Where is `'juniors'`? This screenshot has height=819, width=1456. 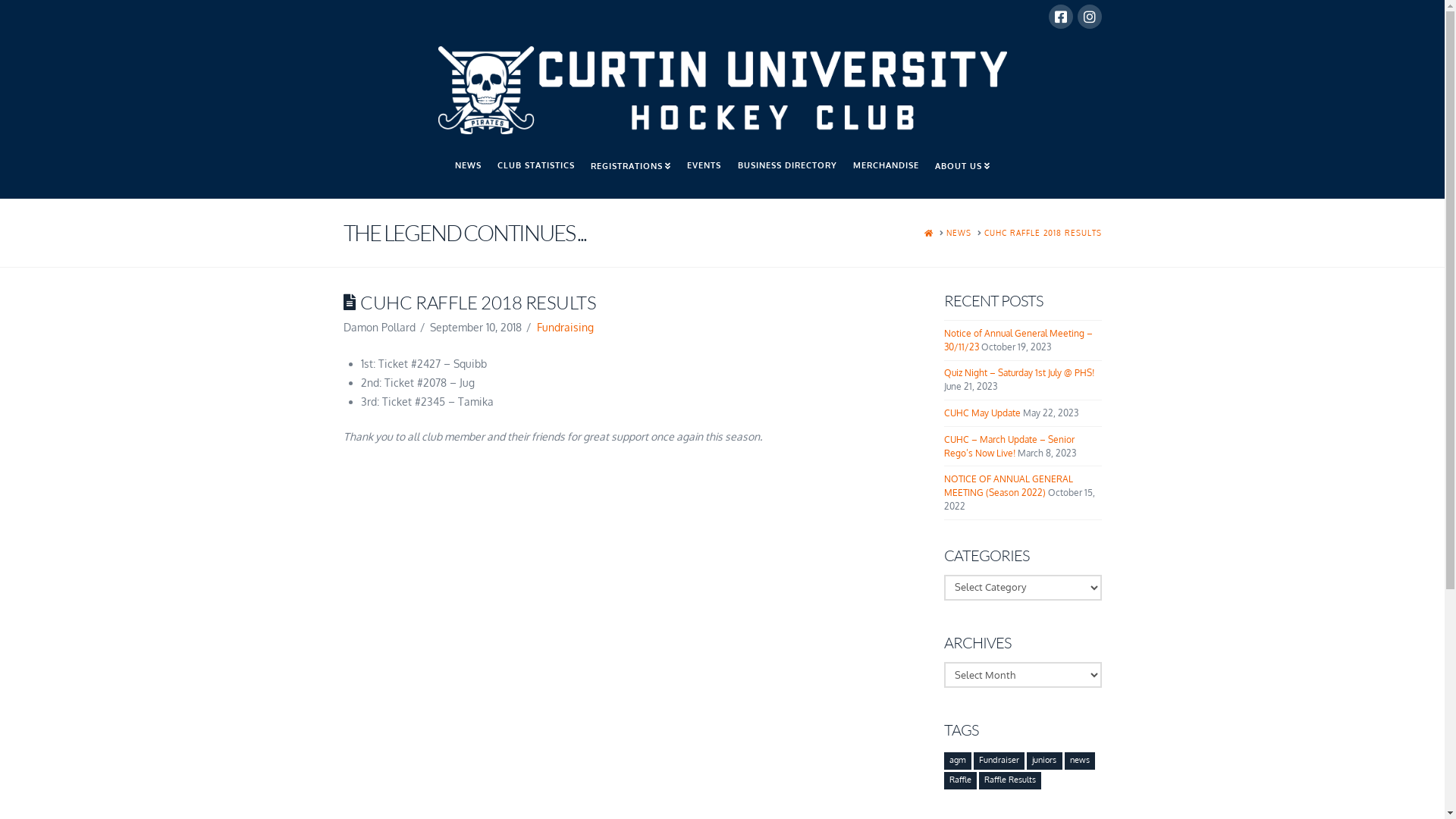 'juniors' is located at coordinates (1043, 761).